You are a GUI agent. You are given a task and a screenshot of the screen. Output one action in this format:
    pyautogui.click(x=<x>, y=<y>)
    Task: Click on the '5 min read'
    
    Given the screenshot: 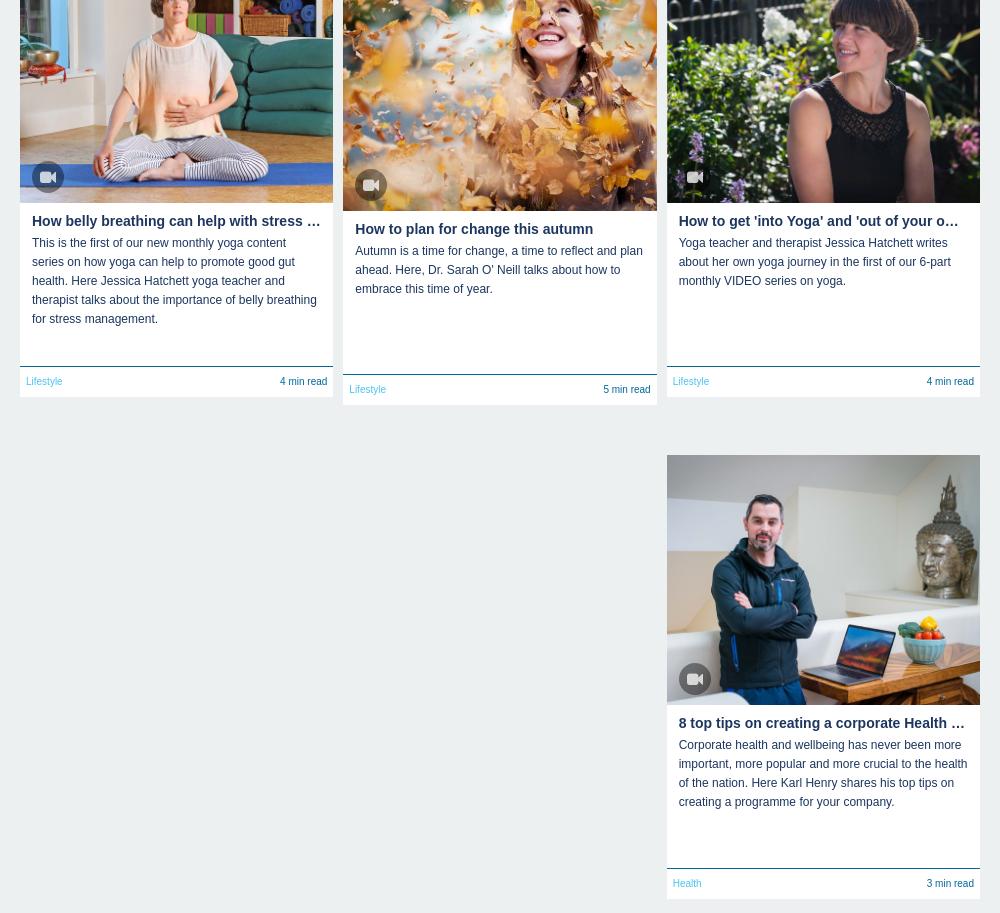 What is the action you would take?
    pyautogui.click(x=626, y=387)
    